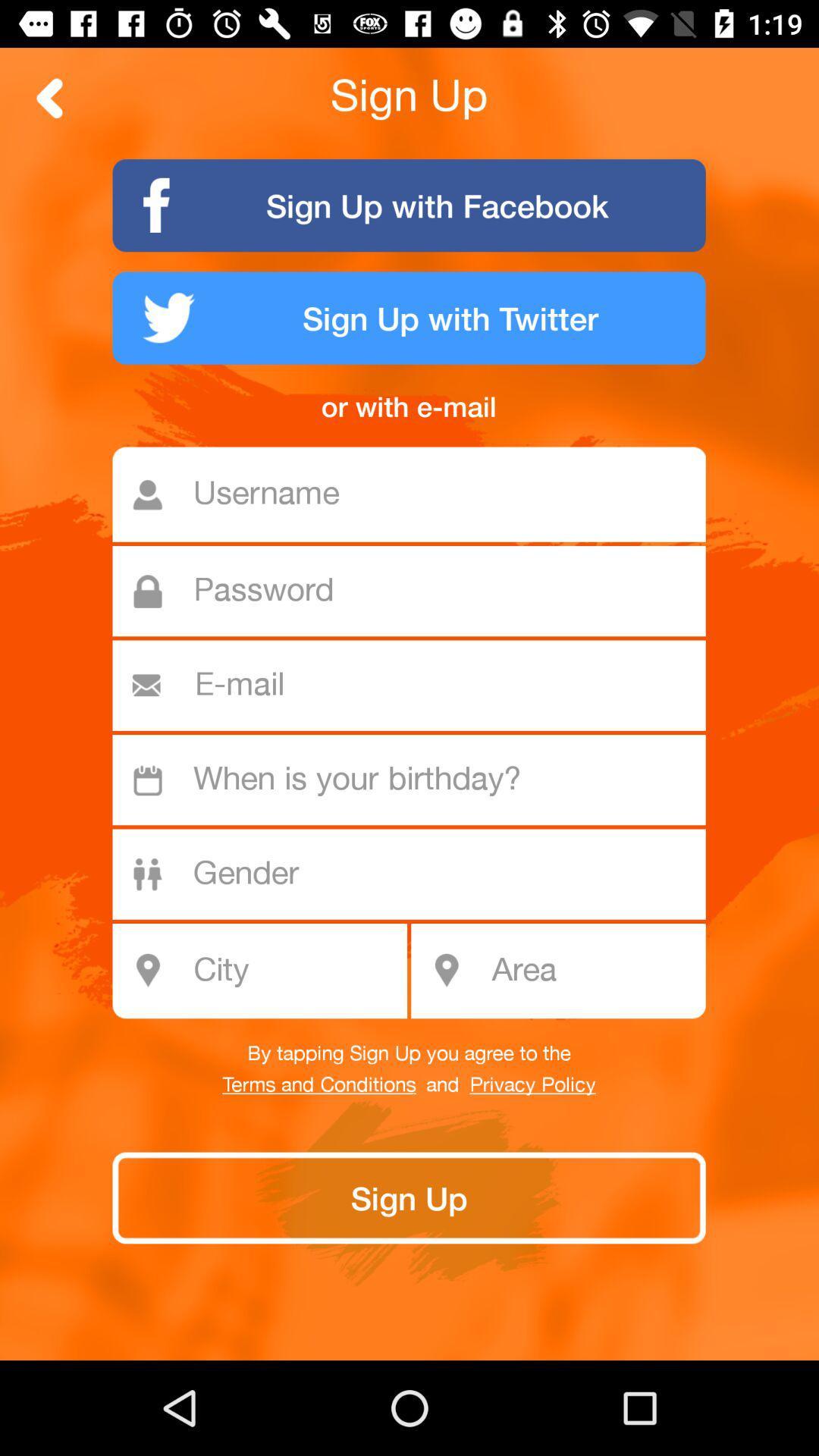 The image size is (819, 1456). Describe the element at coordinates (318, 1084) in the screenshot. I see `item below the by tapping sign item` at that location.